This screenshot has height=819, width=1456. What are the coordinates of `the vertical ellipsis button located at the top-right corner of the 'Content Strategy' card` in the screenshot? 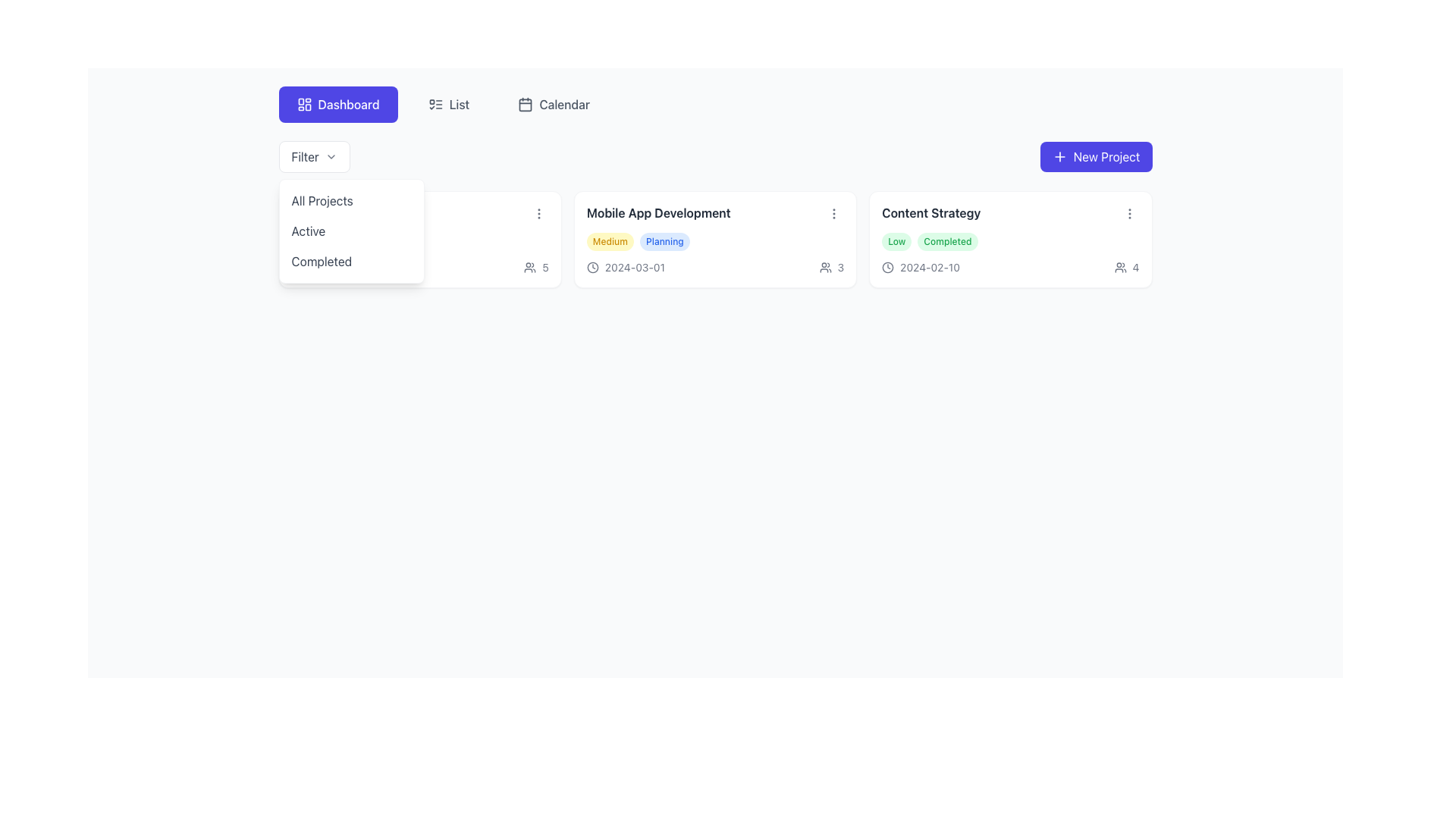 It's located at (1129, 213).